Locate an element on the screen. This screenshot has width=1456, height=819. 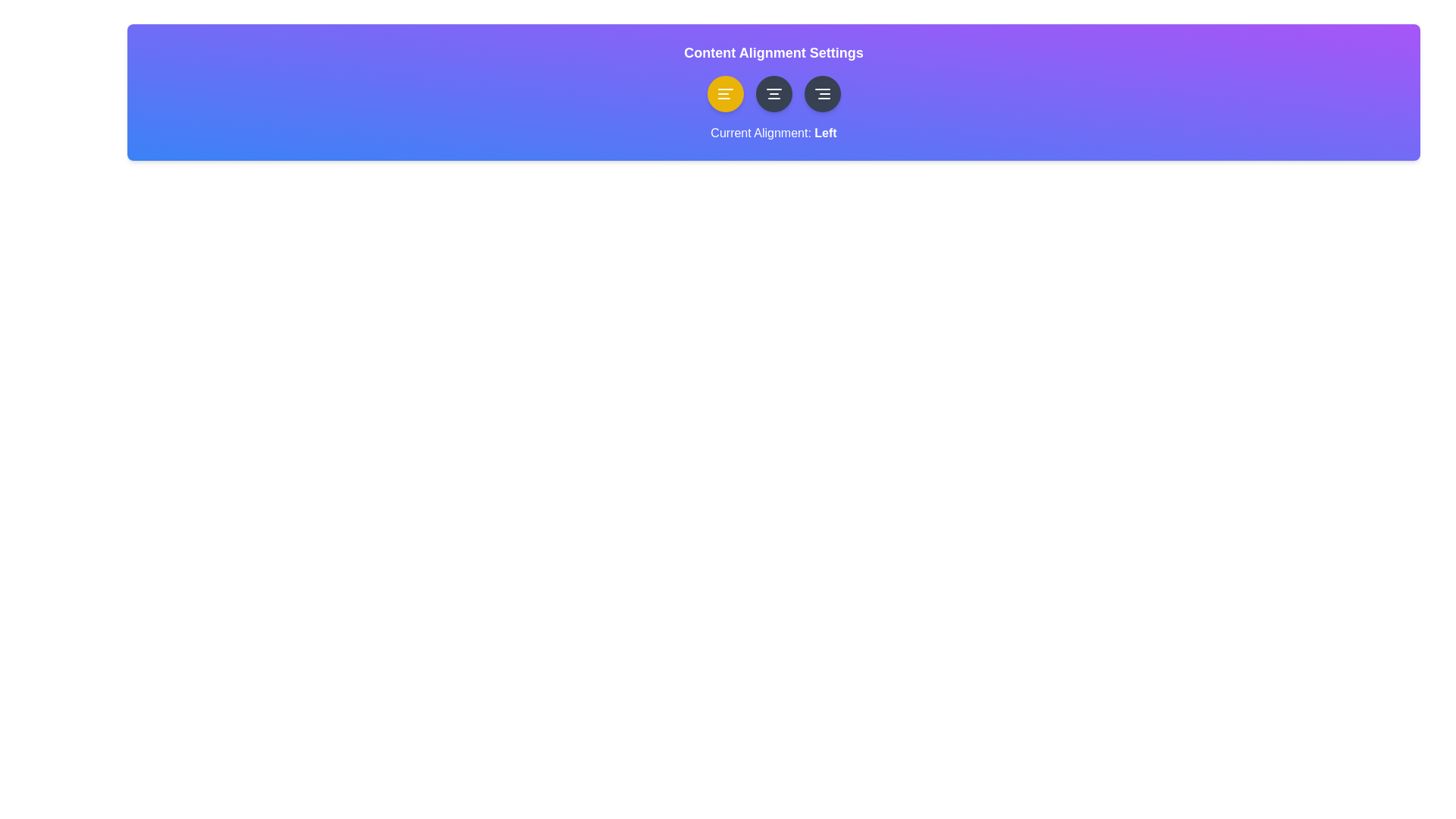
the button corresponding to center is located at coordinates (773, 93).